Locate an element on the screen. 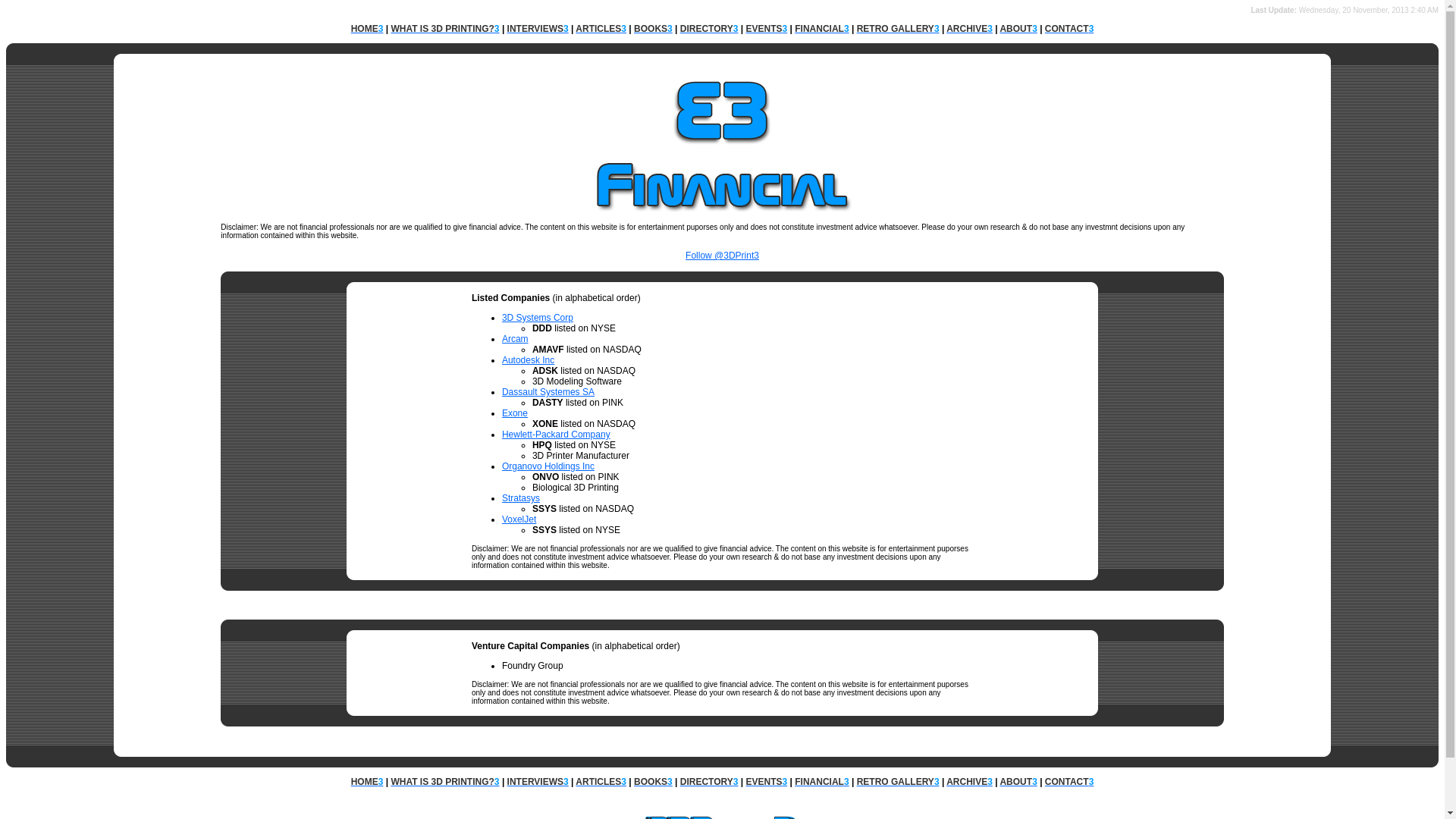 This screenshot has width=1456, height=819. 'RETRO GALLERY3' is located at coordinates (898, 29).